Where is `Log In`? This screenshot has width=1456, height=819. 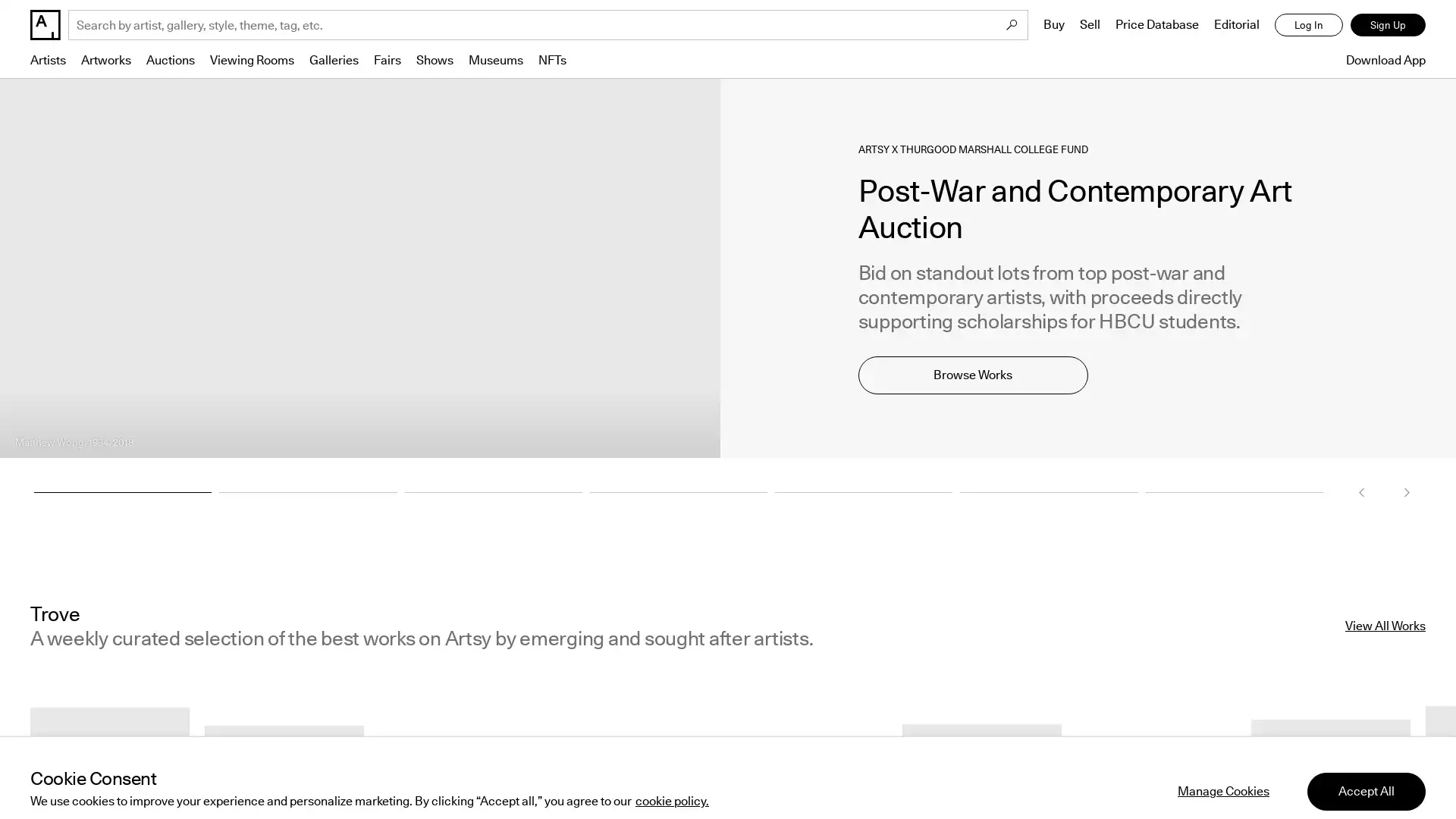
Log In is located at coordinates (1308, 25).